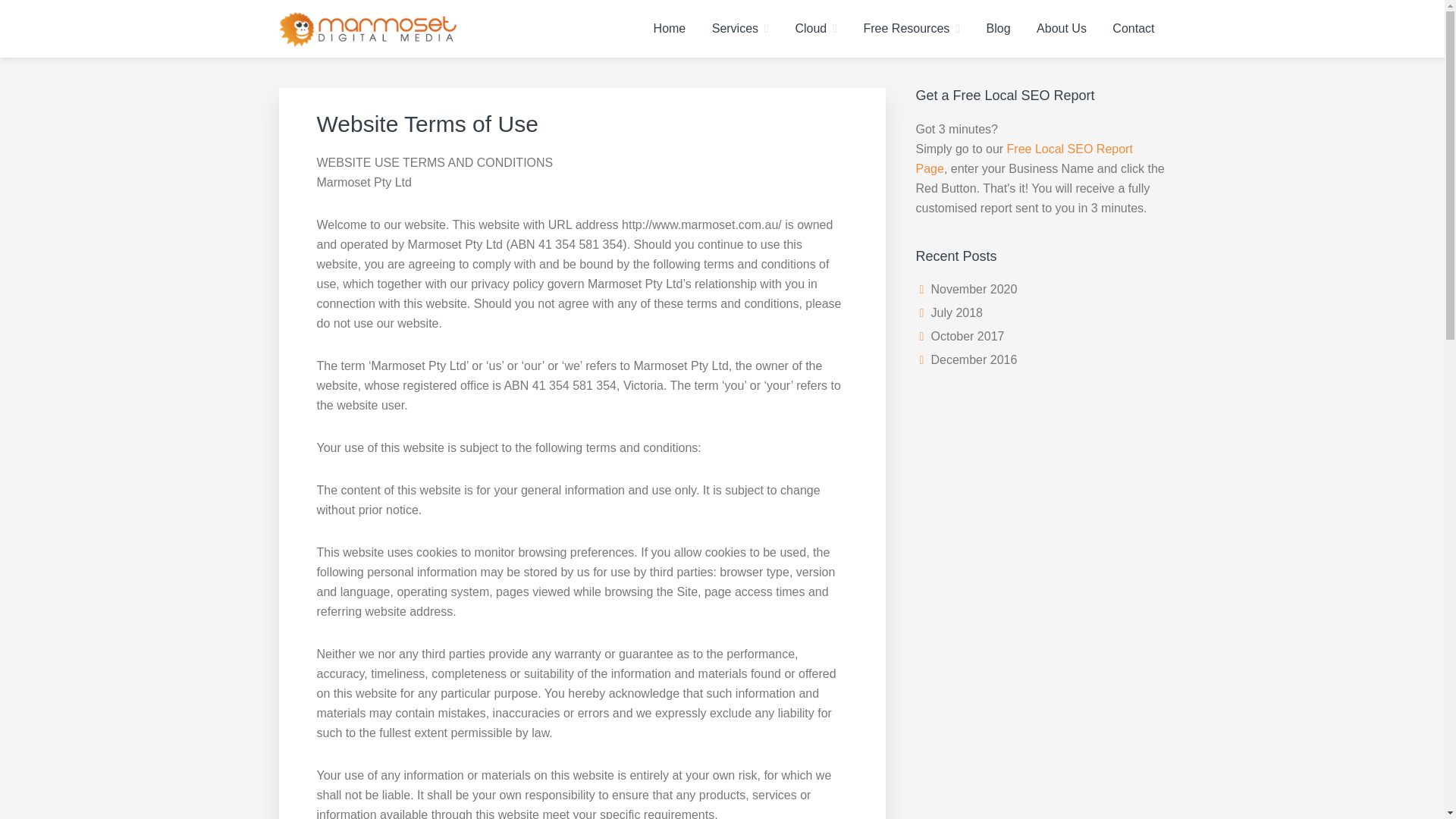  What do you see at coordinates (974, 359) in the screenshot?
I see `'December 2016'` at bounding box center [974, 359].